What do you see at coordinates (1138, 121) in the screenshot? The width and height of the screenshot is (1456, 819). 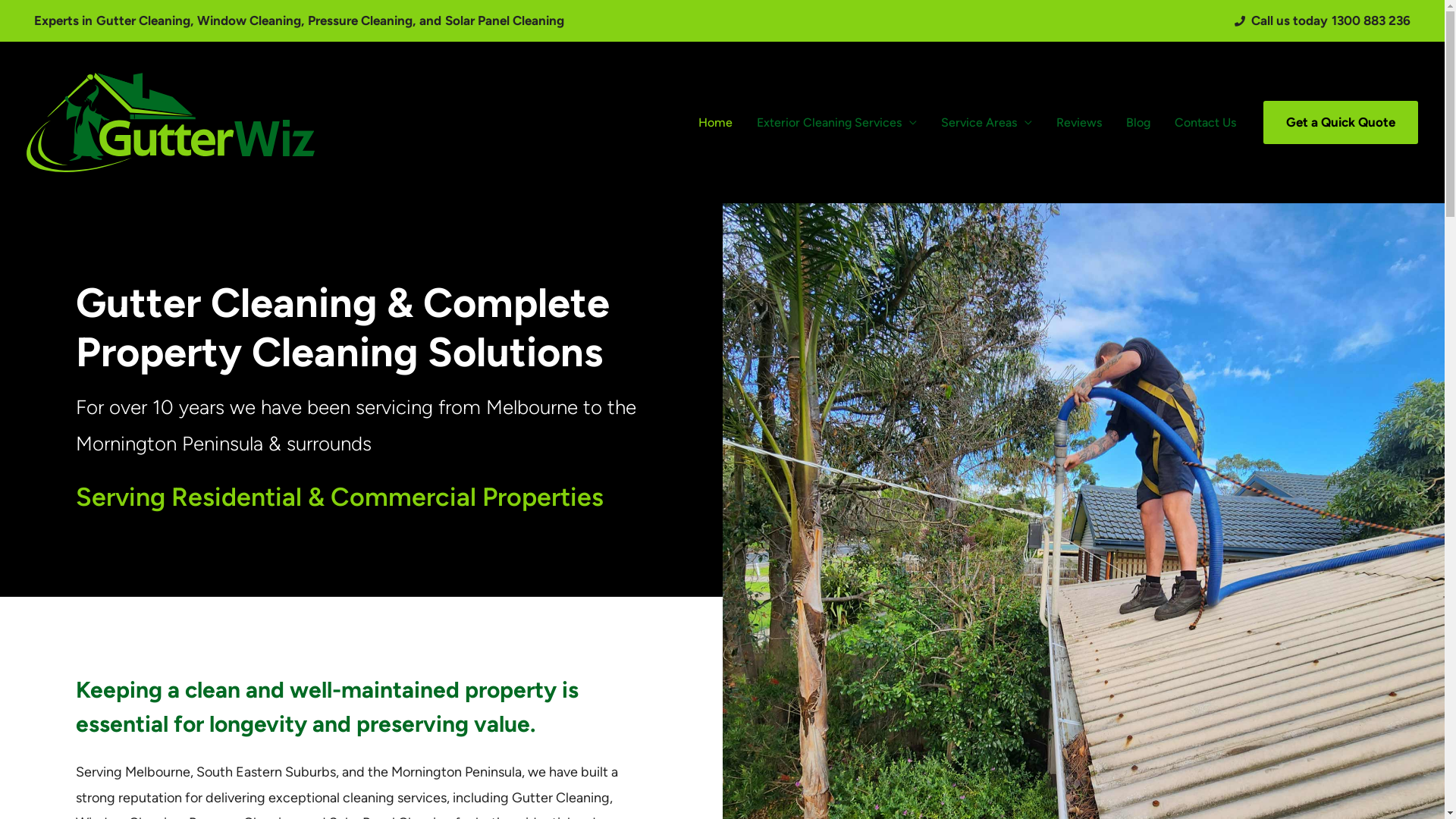 I see `'Blog'` at bounding box center [1138, 121].